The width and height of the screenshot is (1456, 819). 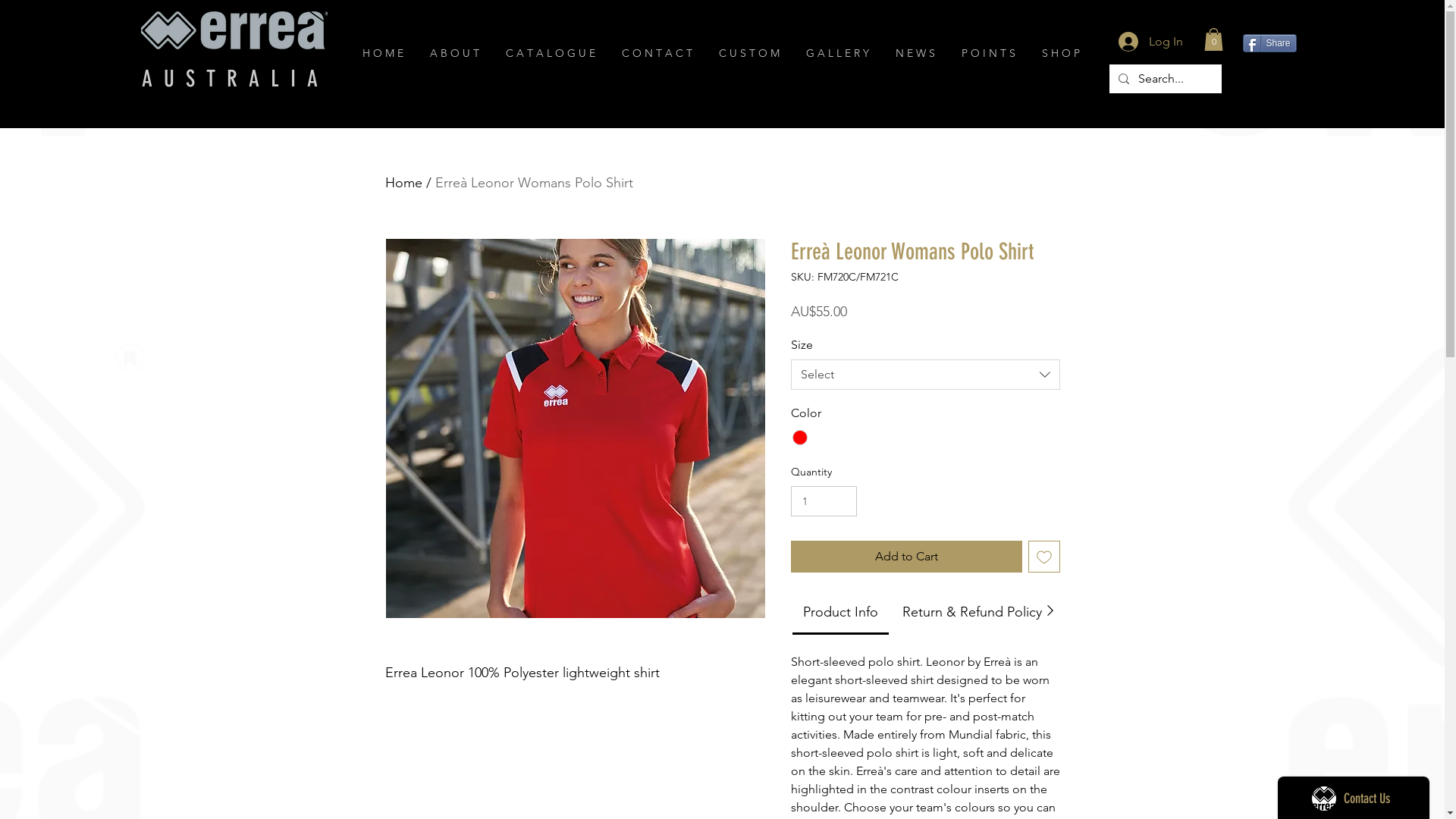 What do you see at coordinates (1061, 52) in the screenshot?
I see `'S H O P'` at bounding box center [1061, 52].